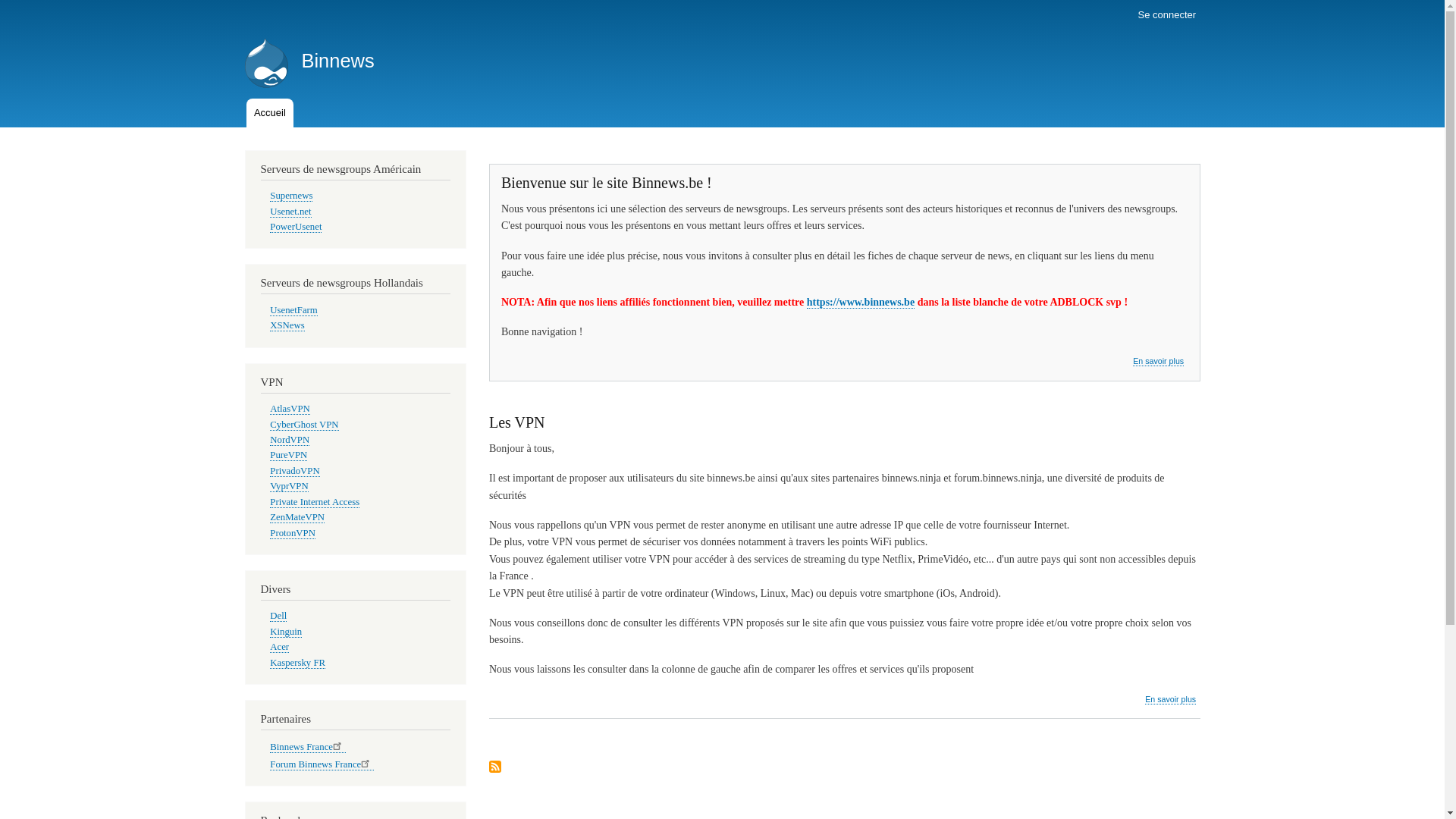 The image size is (1456, 819). What do you see at coordinates (297, 662) in the screenshot?
I see `'Kaspersky FR'` at bounding box center [297, 662].